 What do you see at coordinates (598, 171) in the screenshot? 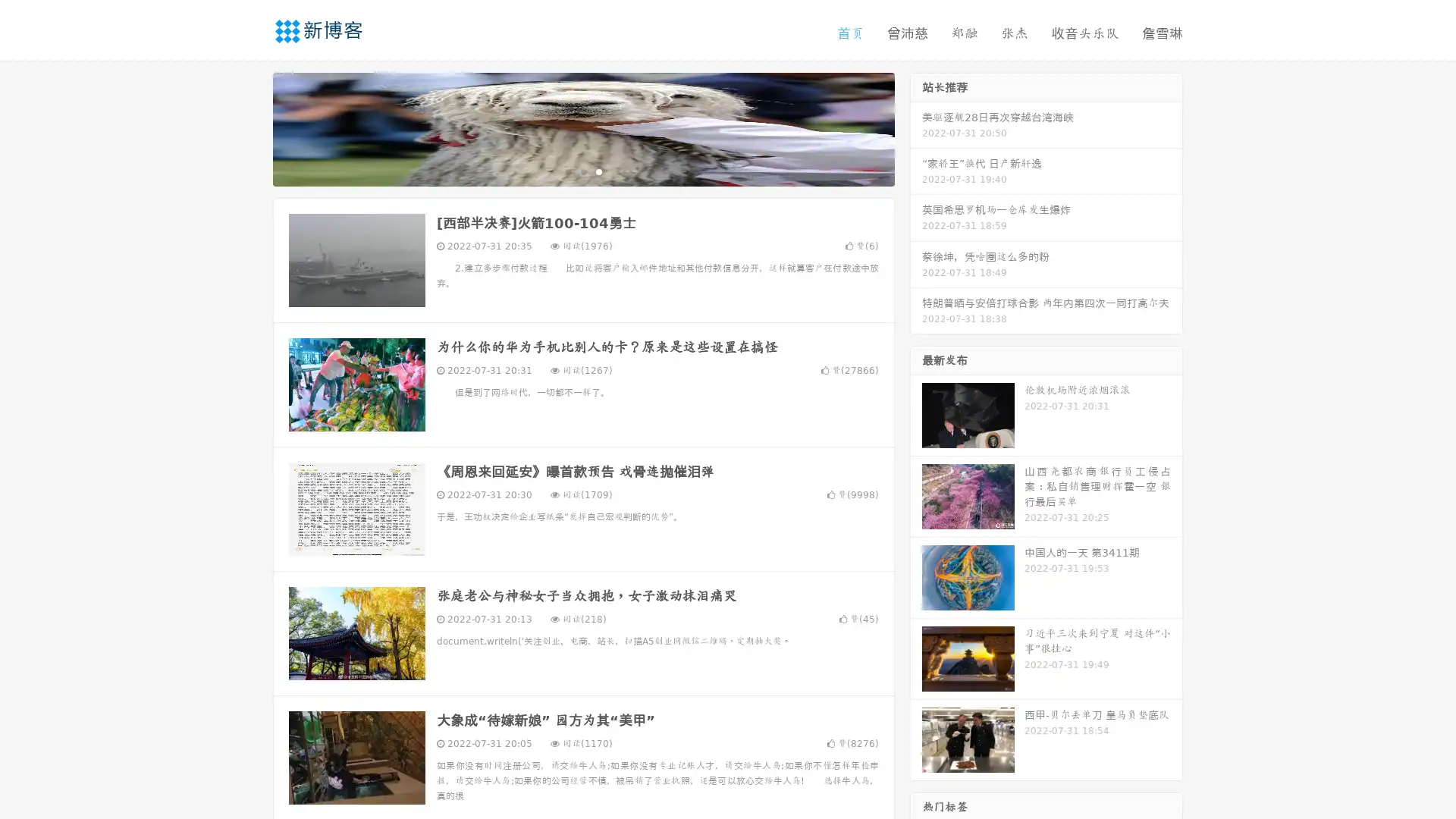
I see `Go to slide 3` at bounding box center [598, 171].